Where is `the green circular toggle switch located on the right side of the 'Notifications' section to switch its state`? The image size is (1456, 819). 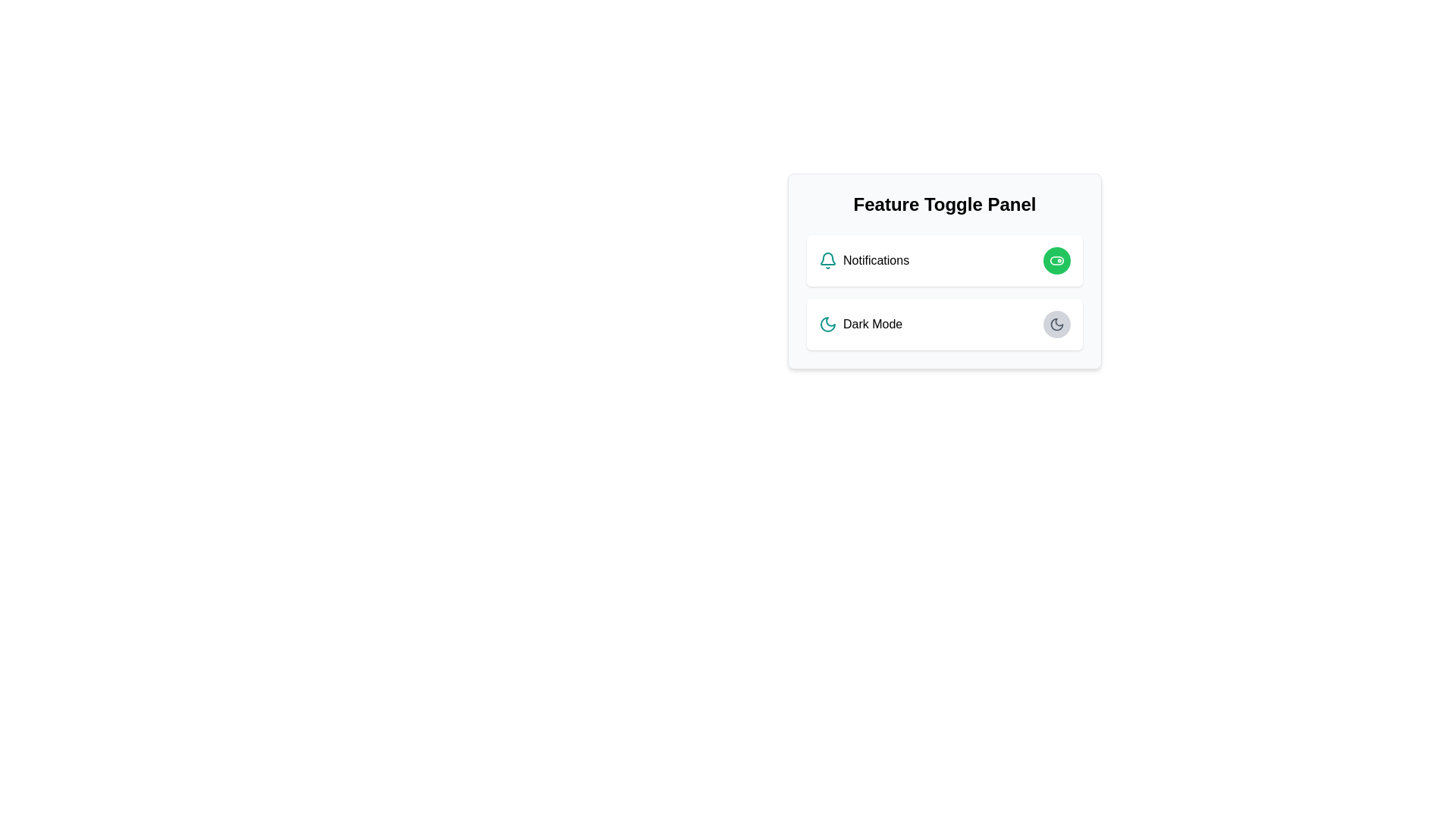
the green circular toggle switch located on the right side of the 'Notifications' section to switch its state is located at coordinates (1056, 259).